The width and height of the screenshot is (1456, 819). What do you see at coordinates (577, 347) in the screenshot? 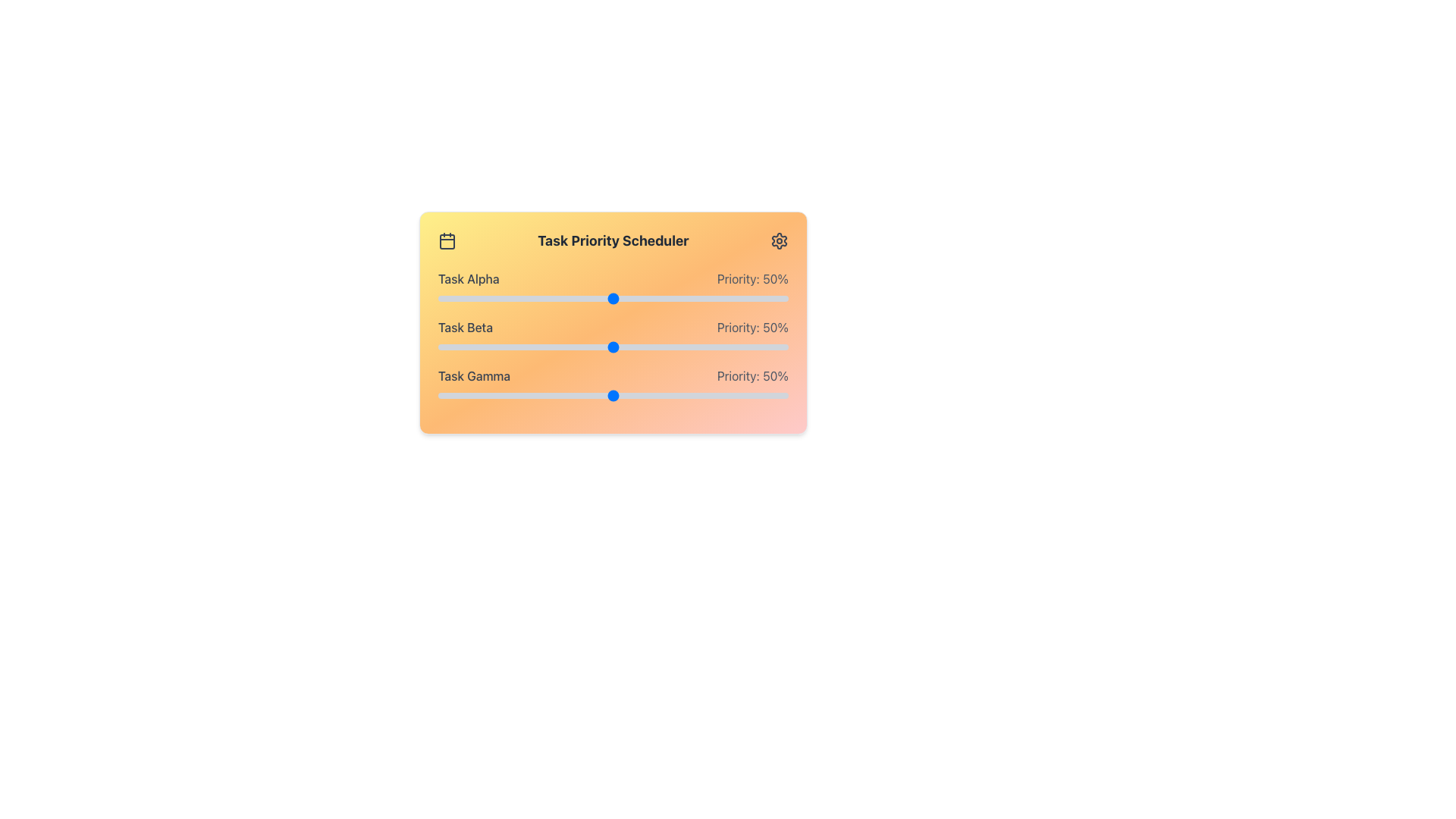
I see `the priority of Task Beta` at bounding box center [577, 347].